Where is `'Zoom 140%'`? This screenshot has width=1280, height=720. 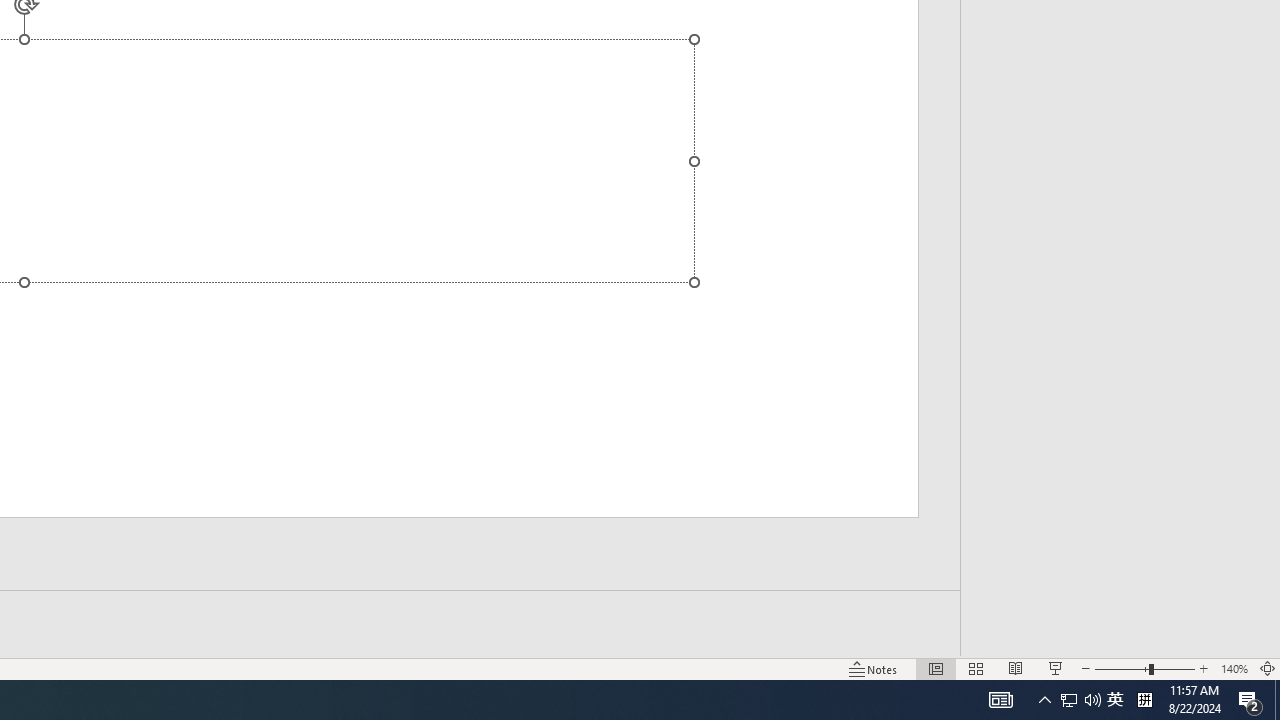 'Zoom 140%' is located at coordinates (1233, 669).